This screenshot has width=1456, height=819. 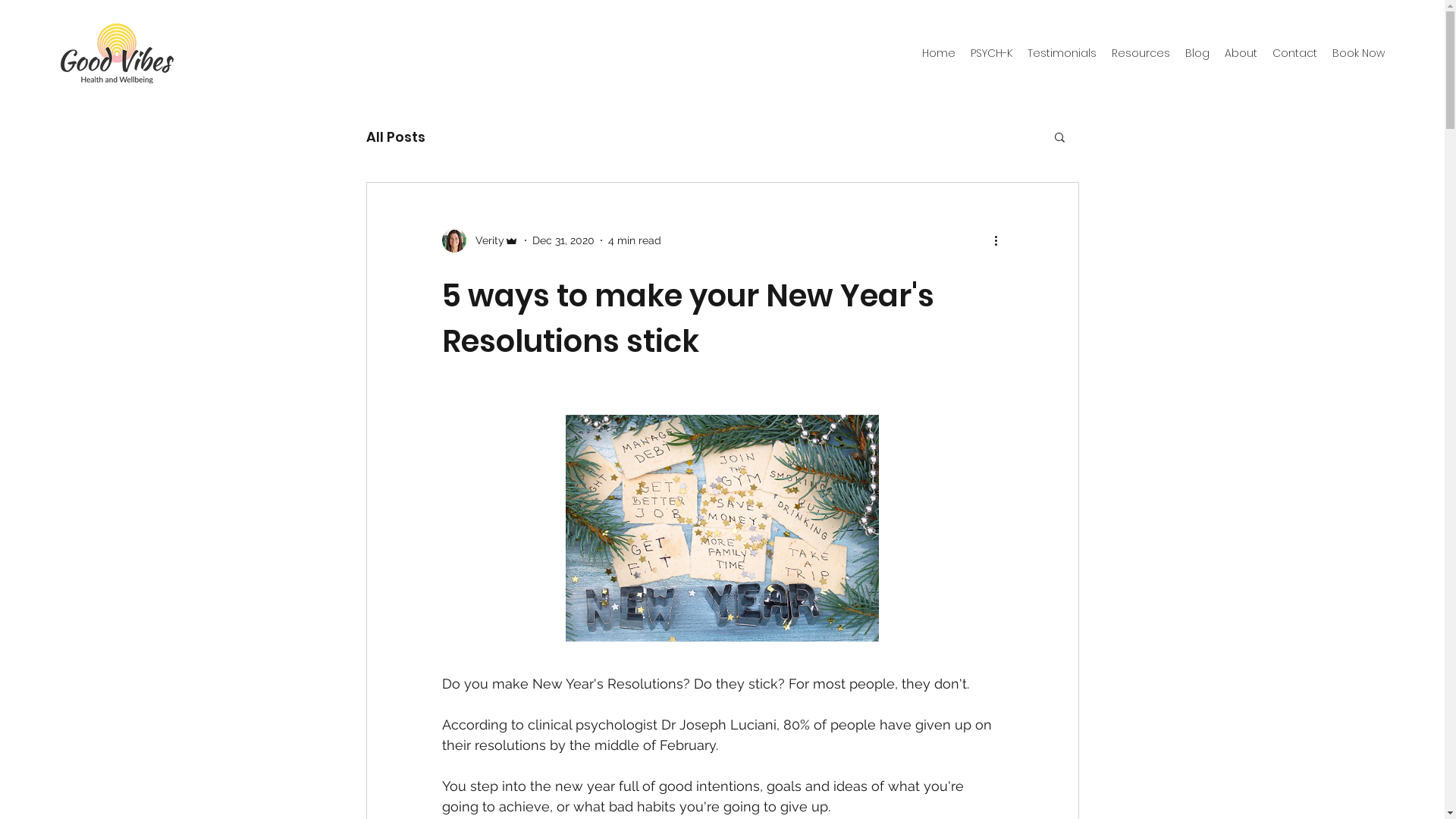 What do you see at coordinates (479, 239) in the screenshot?
I see `'Verity'` at bounding box center [479, 239].